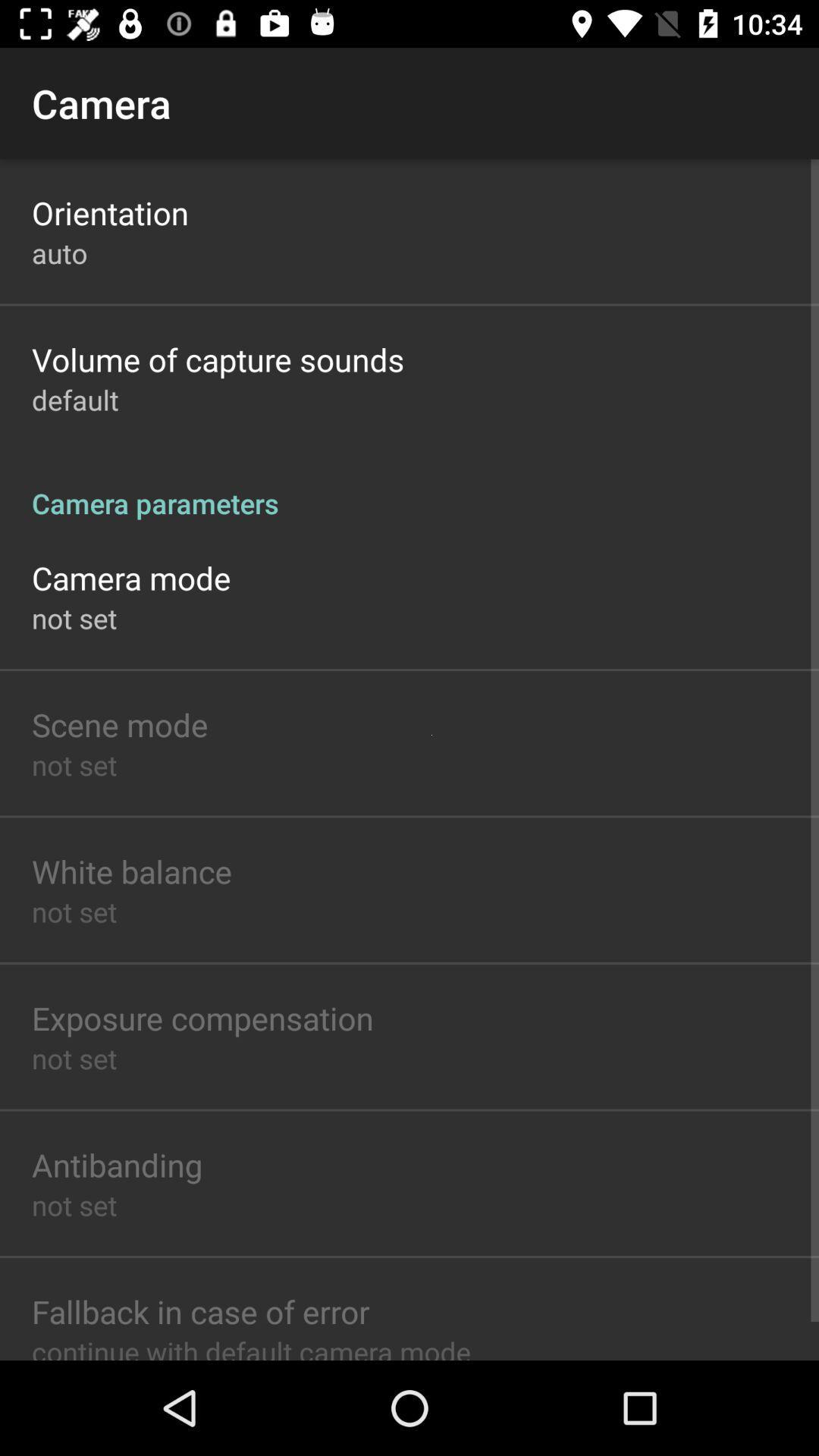  I want to click on the fallback in case app, so click(199, 1310).